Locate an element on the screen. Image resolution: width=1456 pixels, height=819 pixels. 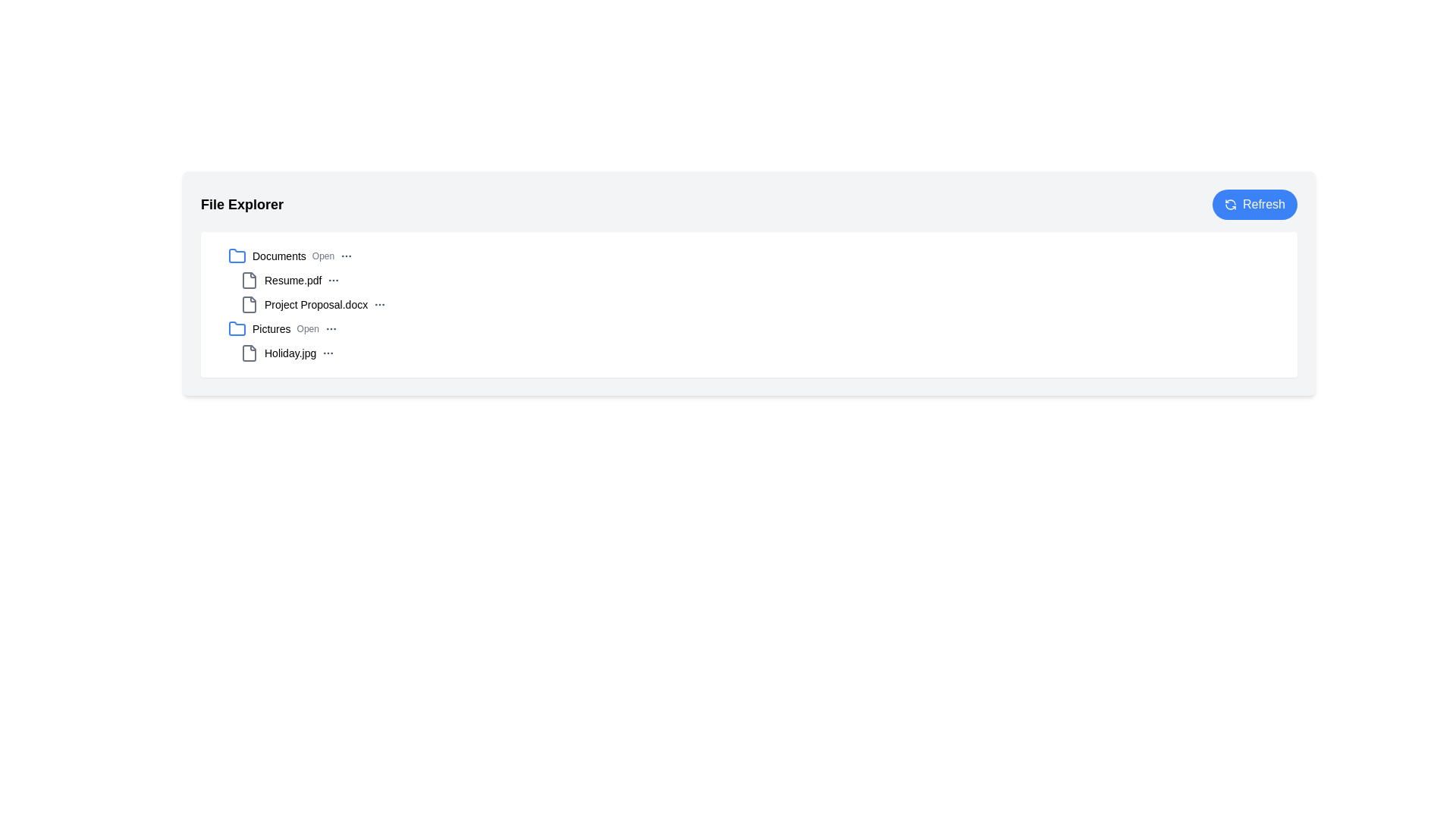
the blue folder icon representing the 'Documents Open' entry for quick navigation is located at coordinates (236, 256).